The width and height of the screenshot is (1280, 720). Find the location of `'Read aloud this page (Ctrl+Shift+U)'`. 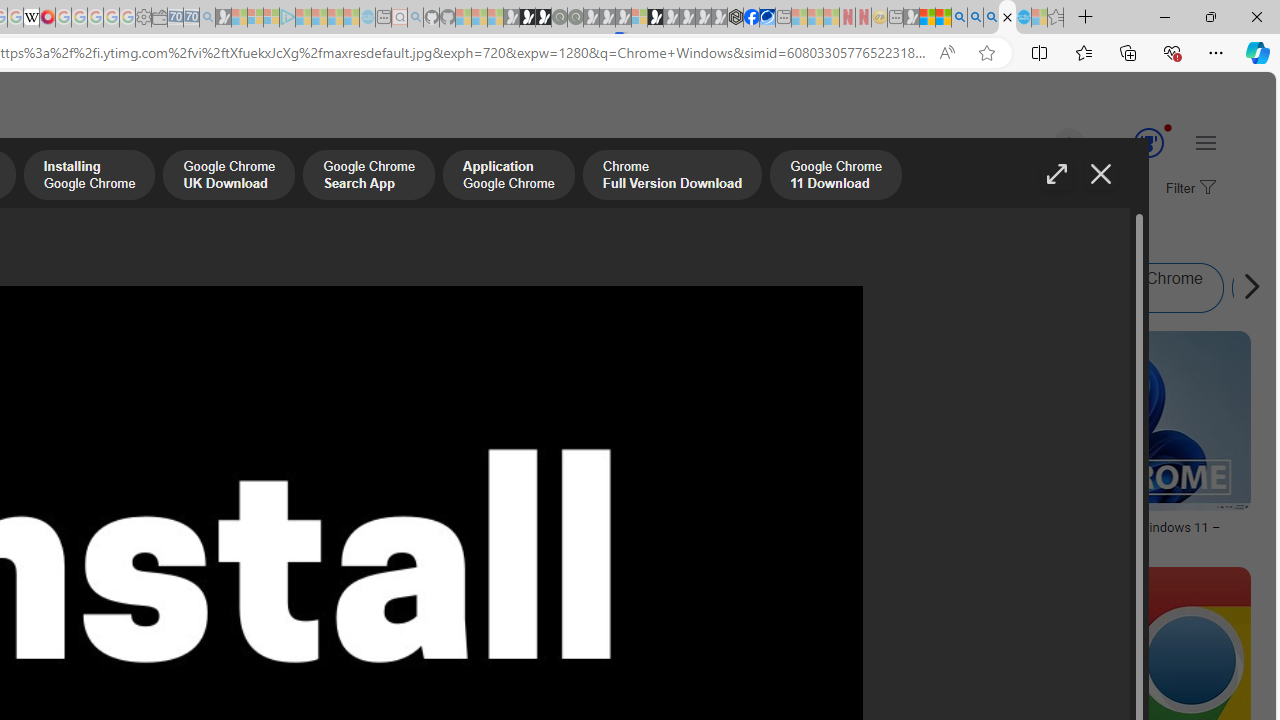

'Read aloud this page (Ctrl+Shift+U)' is located at coordinates (945, 52).